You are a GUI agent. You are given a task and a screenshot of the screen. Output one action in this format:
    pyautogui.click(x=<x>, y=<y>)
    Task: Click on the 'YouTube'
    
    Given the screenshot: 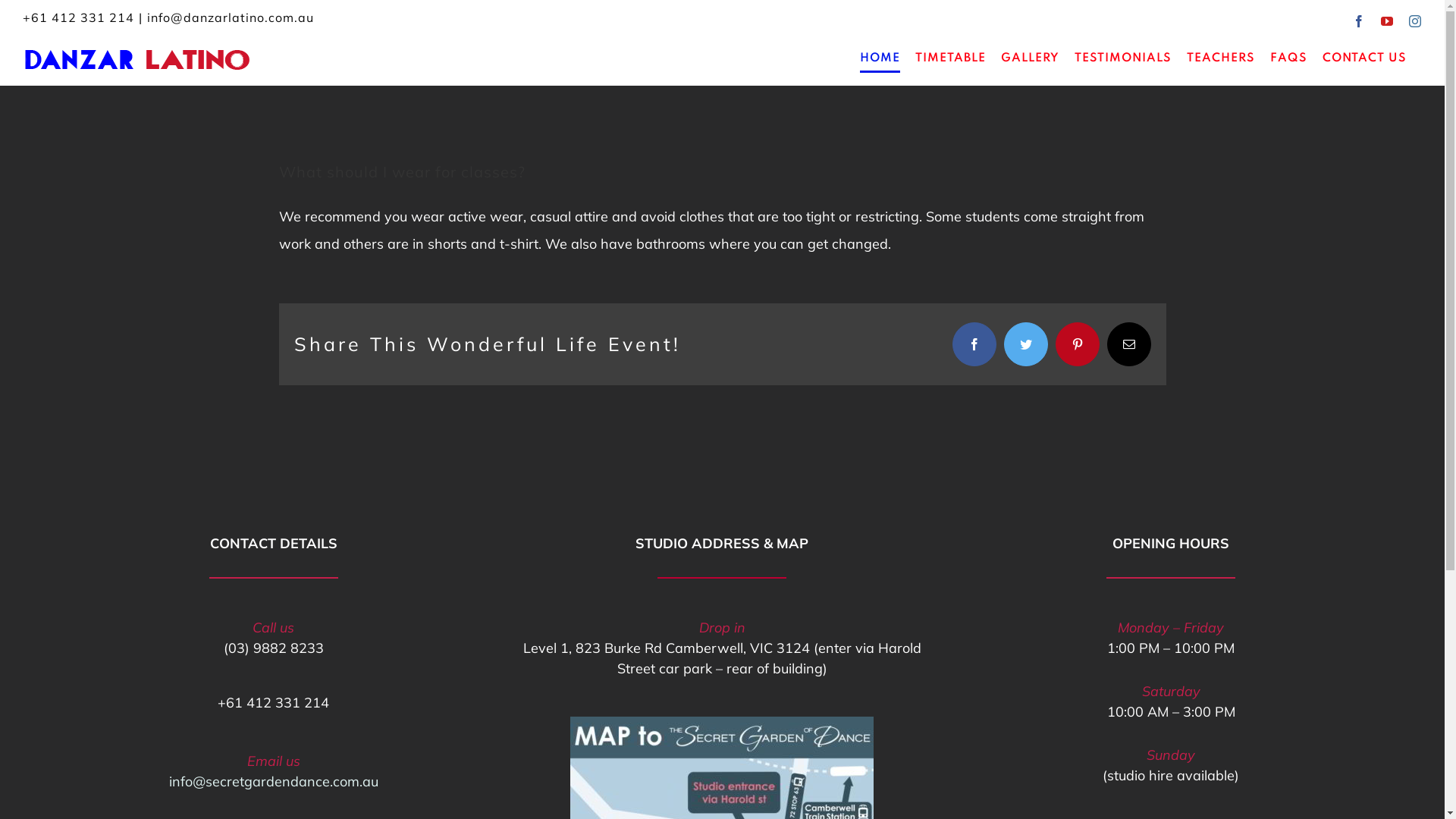 What is the action you would take?
    pyautogui.click(x=1380, y=20)
    